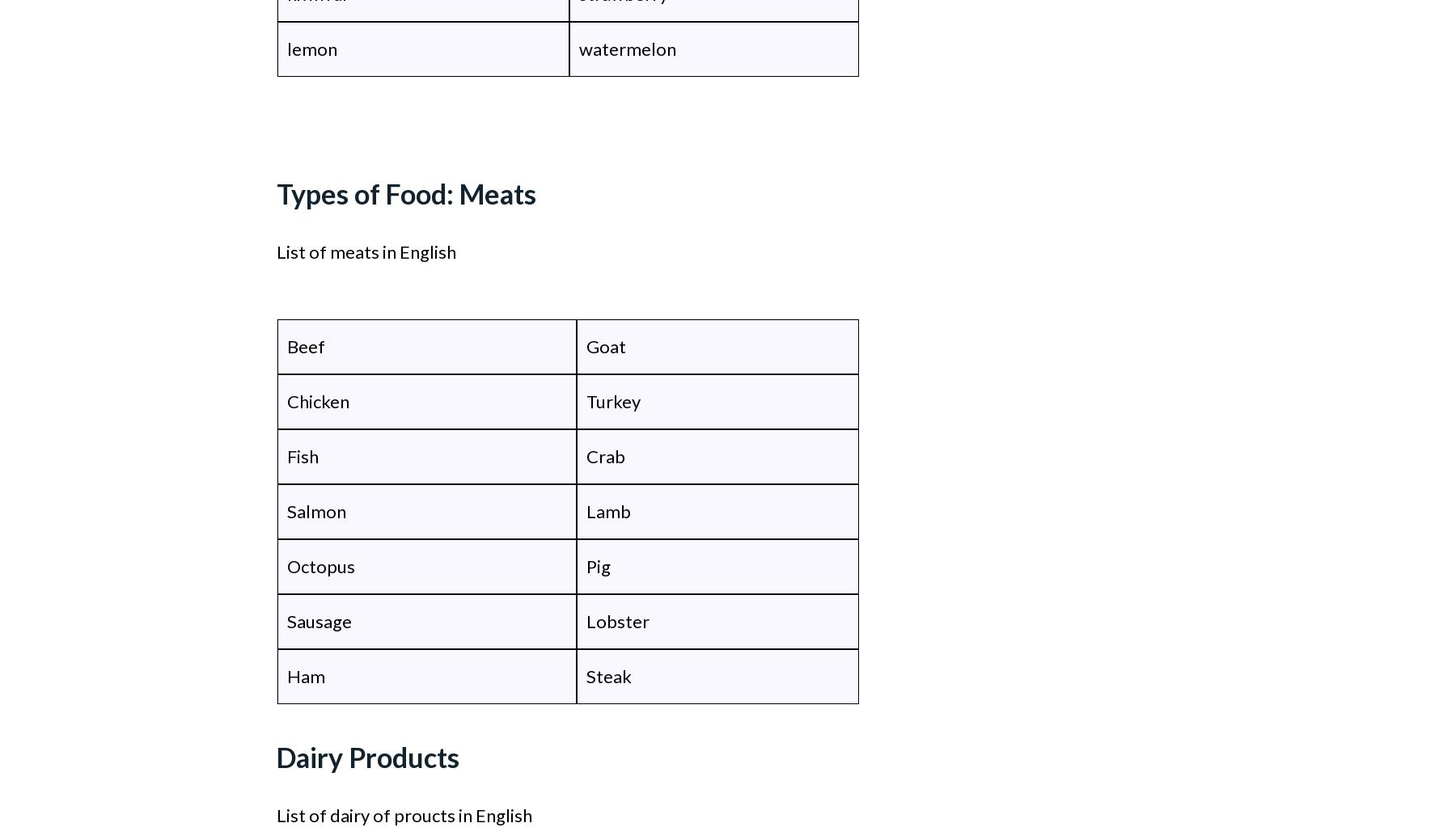 This screenshot has width=1443, height=840. I want to click on 'Turkey', so click(612, 400).